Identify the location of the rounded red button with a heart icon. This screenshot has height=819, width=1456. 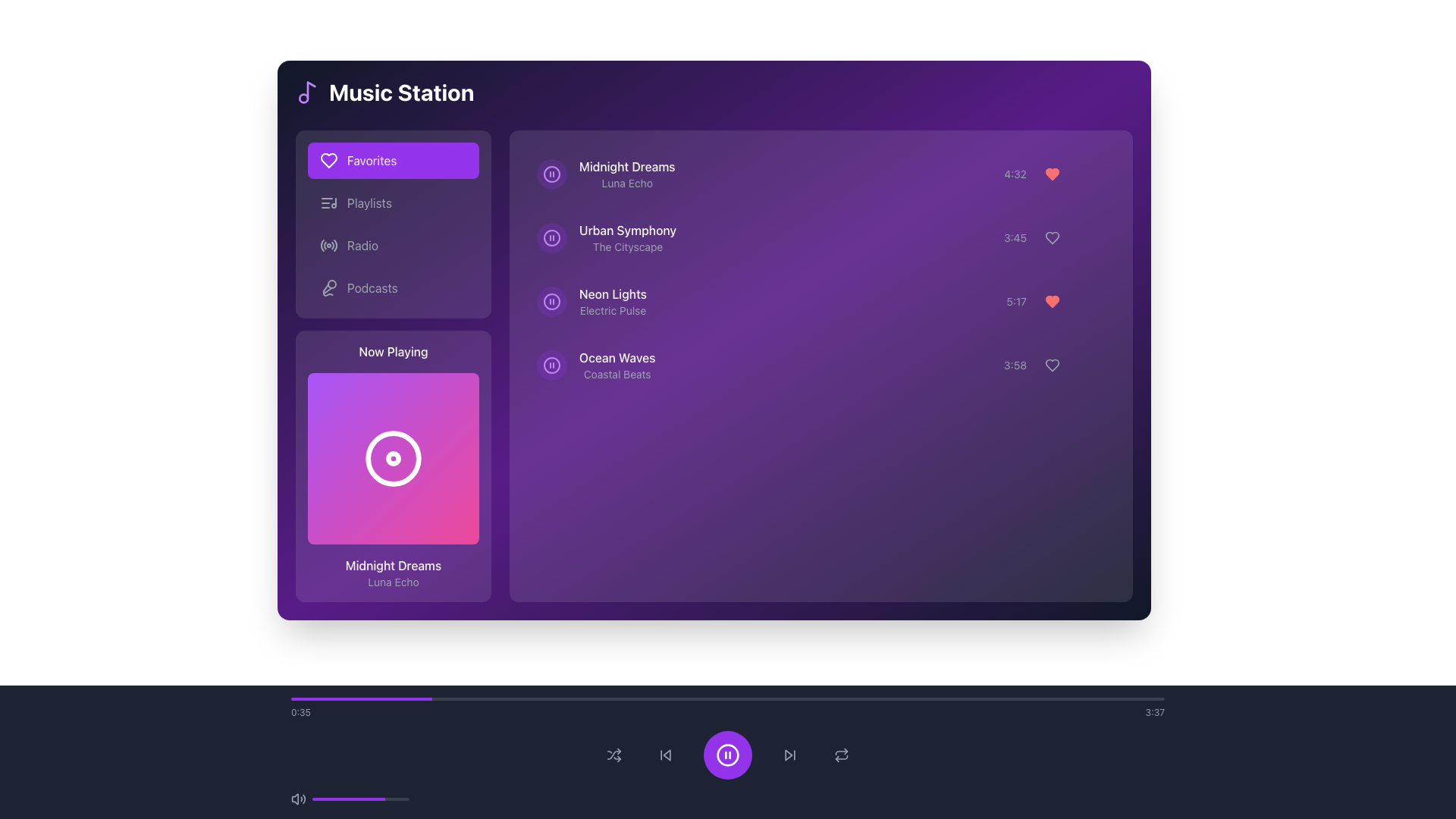
(1051, 174).